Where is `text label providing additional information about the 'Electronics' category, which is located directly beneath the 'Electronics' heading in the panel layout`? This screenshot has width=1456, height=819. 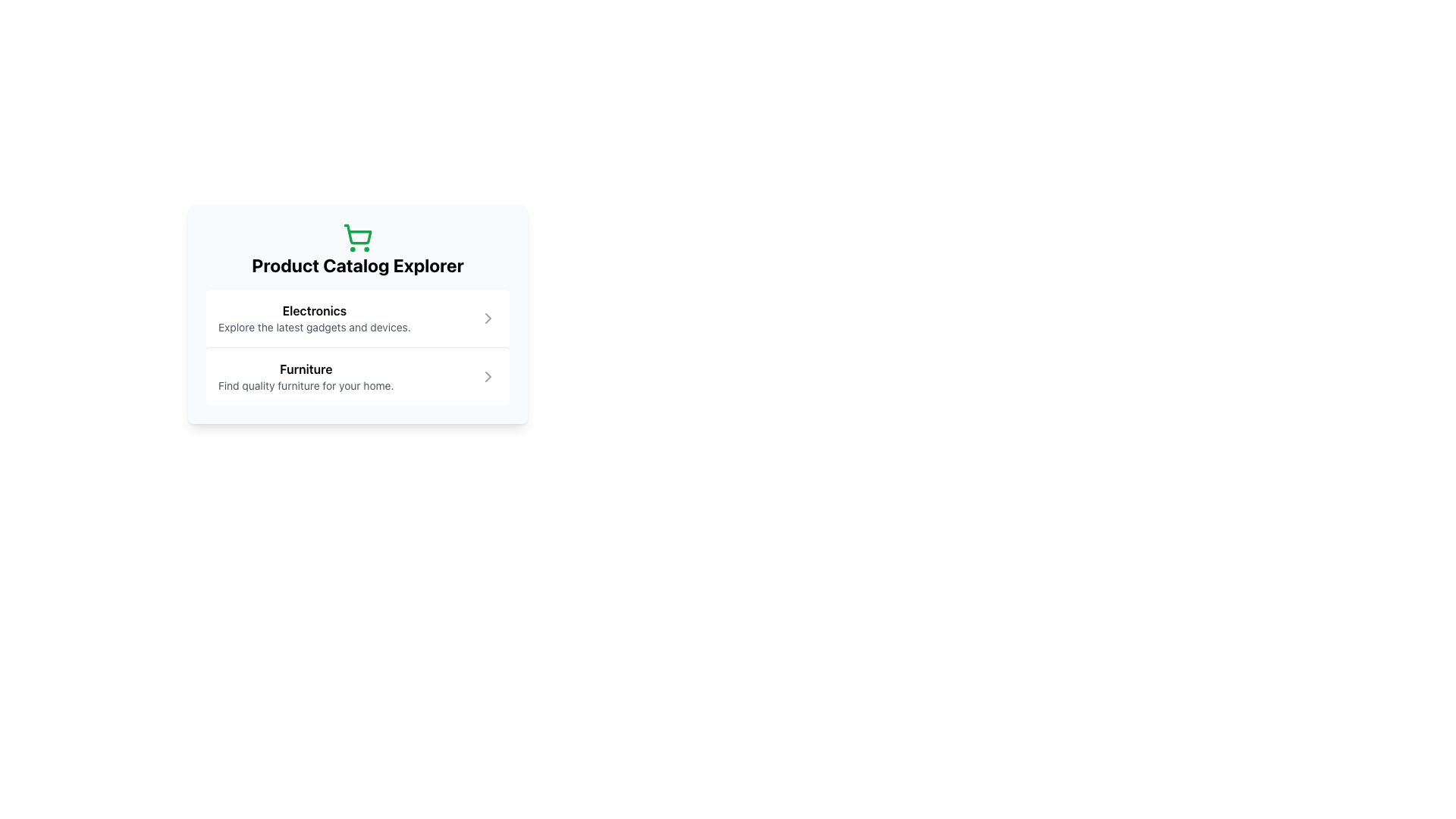 text label providing additional information about the 'Electronics' category, which is located directly beneath the 'Electronics' heading in the panel layout is located at coordinates (313, 327).